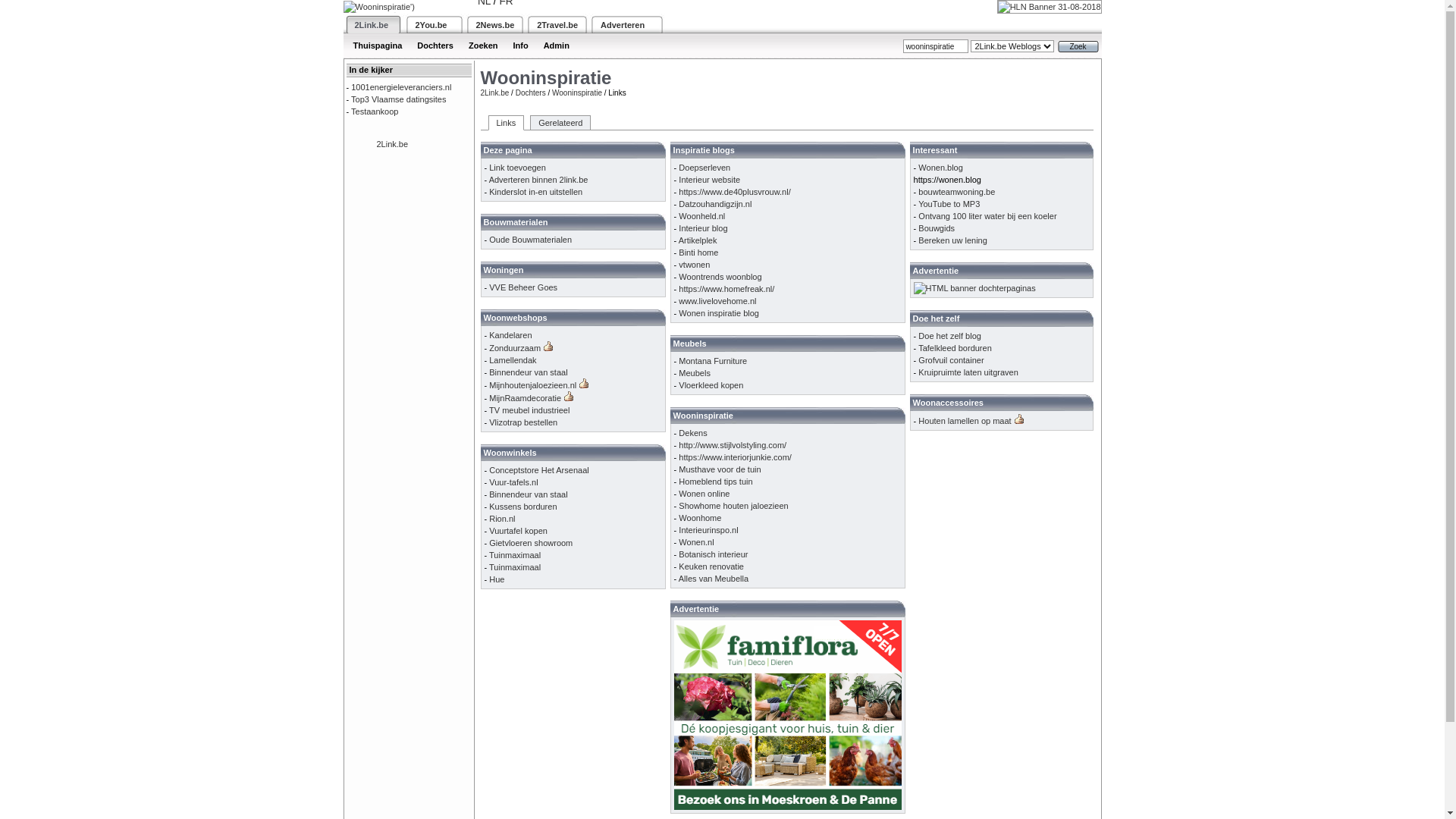  What do you see at coordinates (964, 421) in the screenshot?
I see `'Houten lamellen op maat'` at bounding box center [964, 421].